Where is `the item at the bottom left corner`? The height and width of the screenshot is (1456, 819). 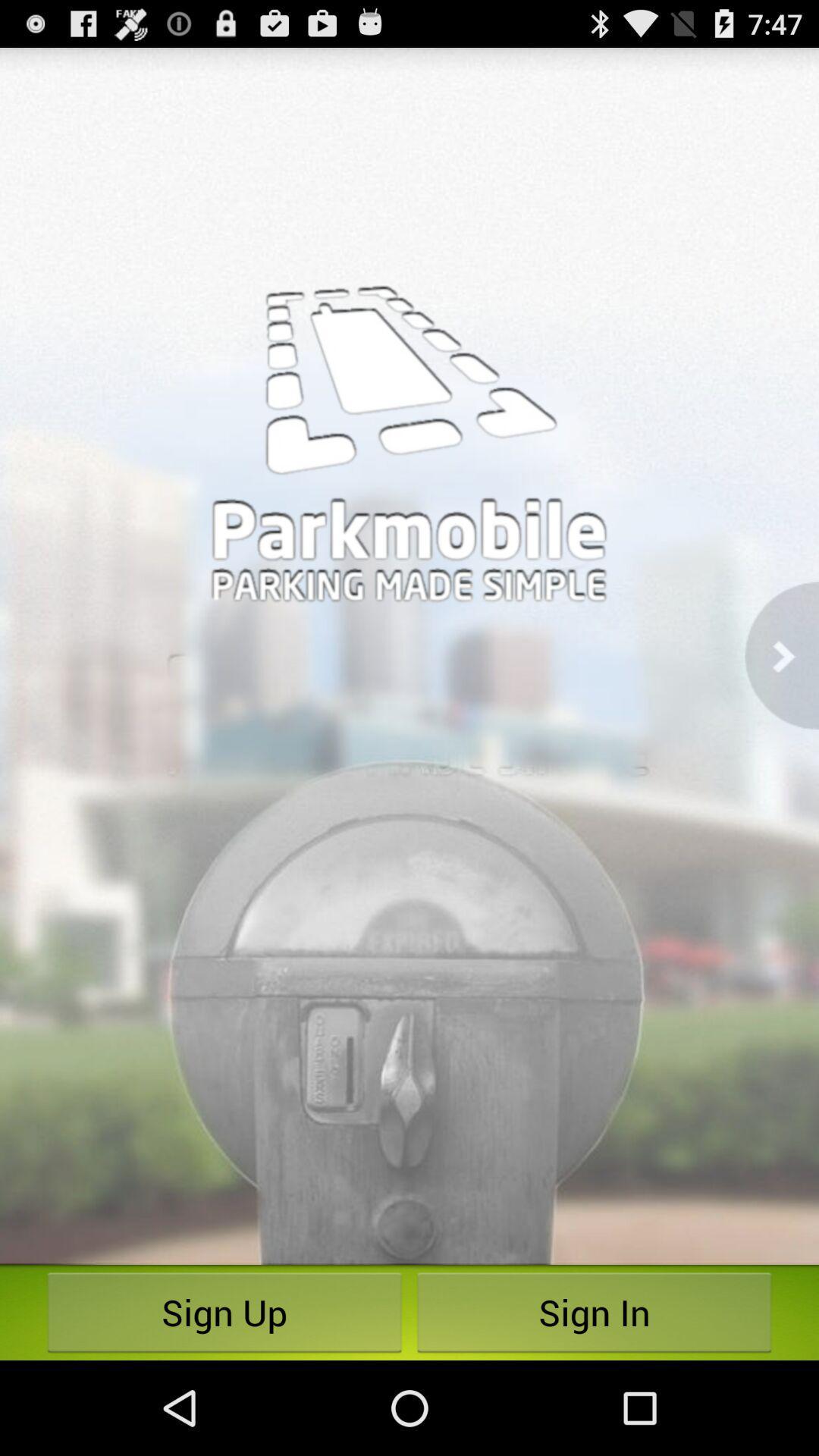
the item at the bottom left corner is located at coordinates (224, 1312).